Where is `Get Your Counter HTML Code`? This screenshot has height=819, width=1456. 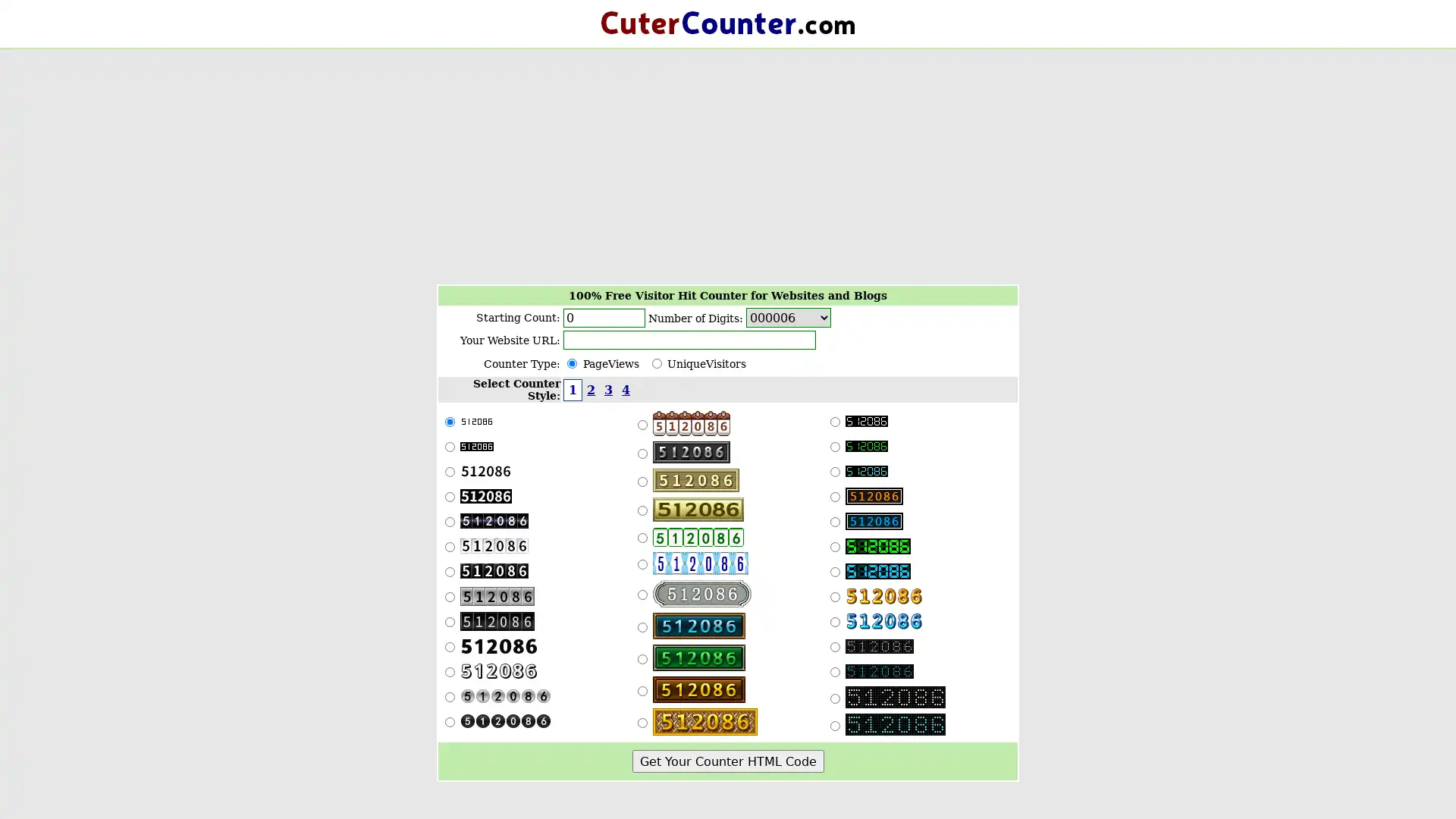
Get Your Counter HTML Code is located at coordinates (726, 761).